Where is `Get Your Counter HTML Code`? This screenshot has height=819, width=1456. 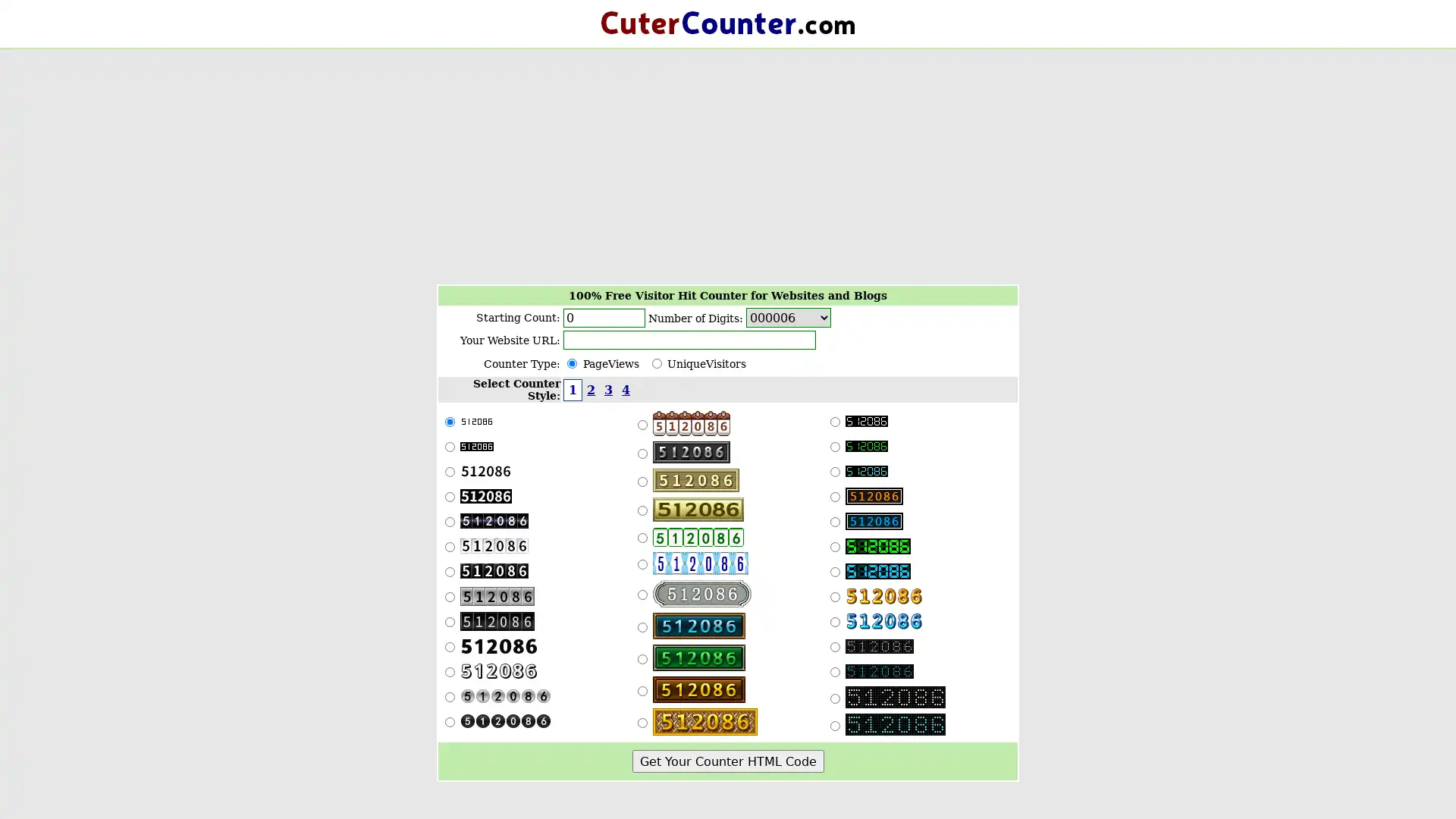
Get Your Counter HTML Code is located at coordinates (726, 761).